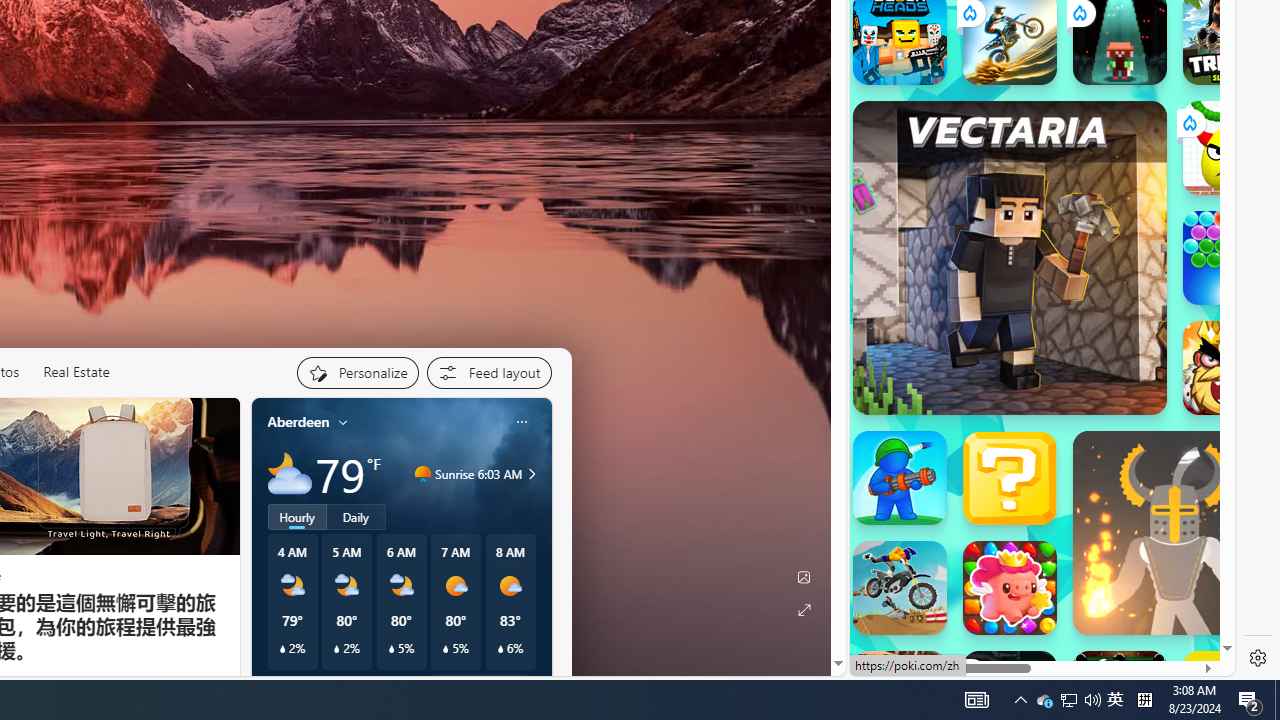  What do you see at coordinates (898, 478) in the screenshot?
I see `'War Master'` at bounding box center [898, 478].